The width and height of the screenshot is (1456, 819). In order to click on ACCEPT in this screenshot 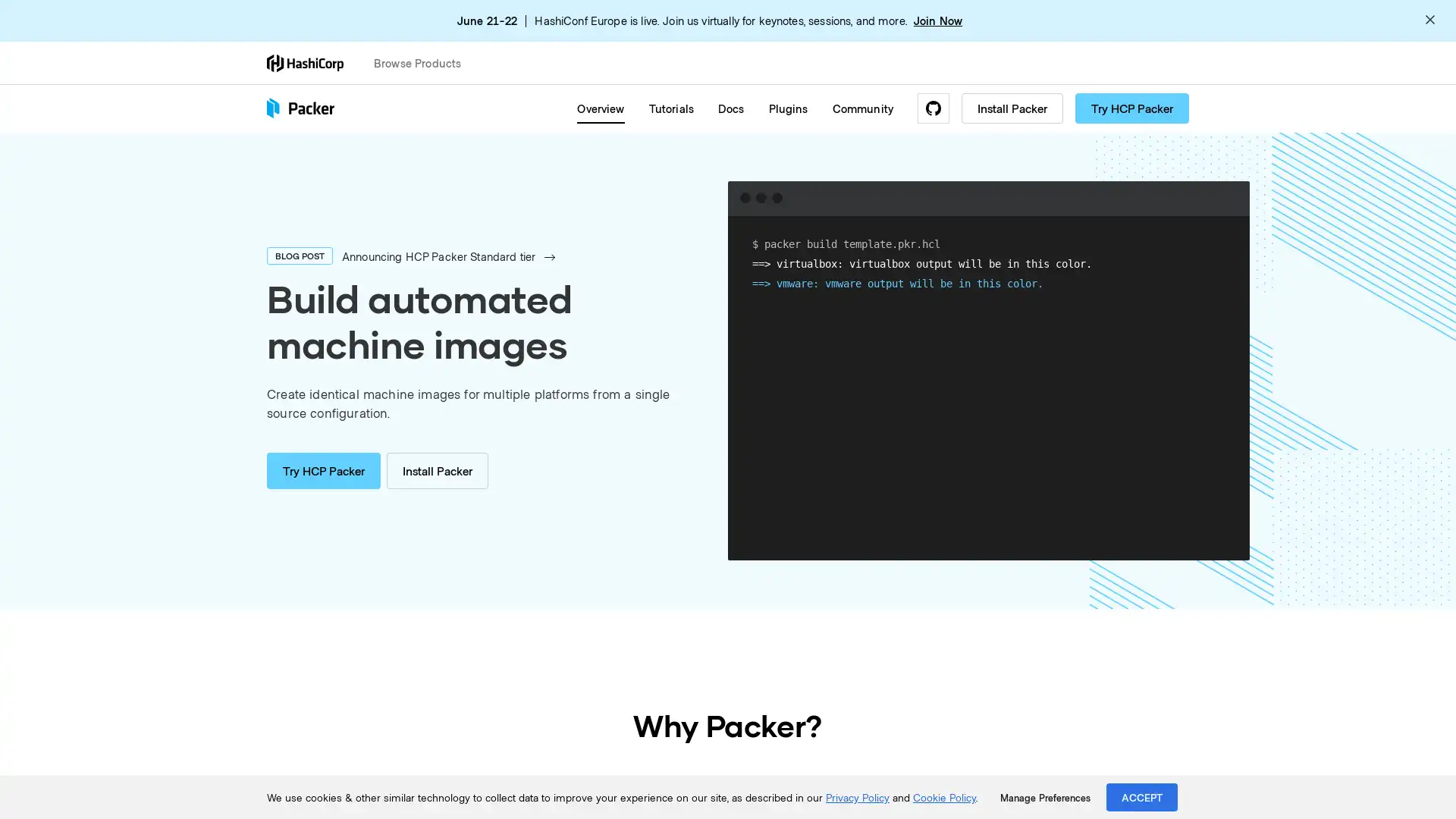, I will do `click(1142, 796)`.